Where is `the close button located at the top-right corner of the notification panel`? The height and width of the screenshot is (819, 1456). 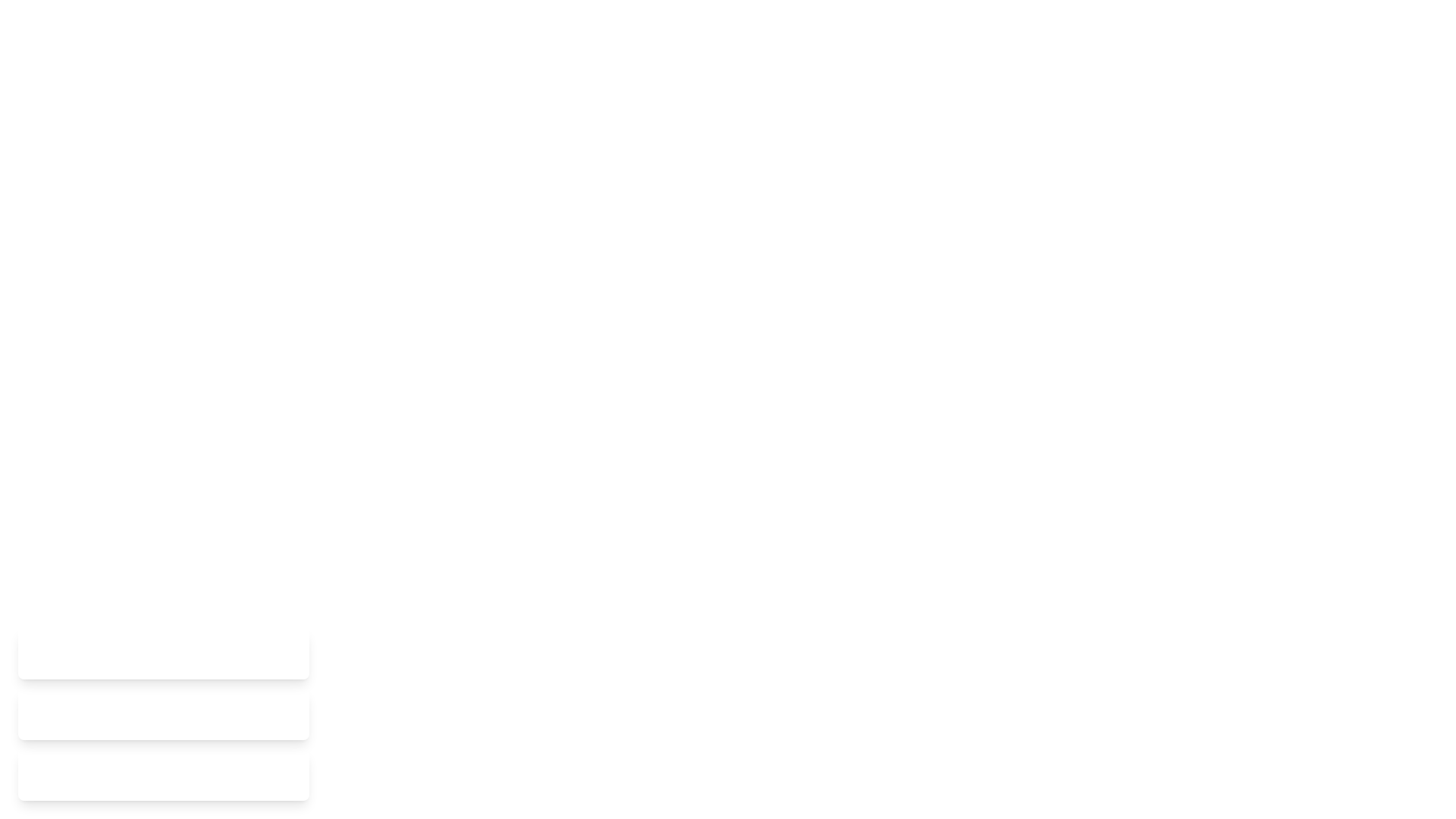 the close button located at the top-right corner of the notification panel is located at coordinates (284, 652).